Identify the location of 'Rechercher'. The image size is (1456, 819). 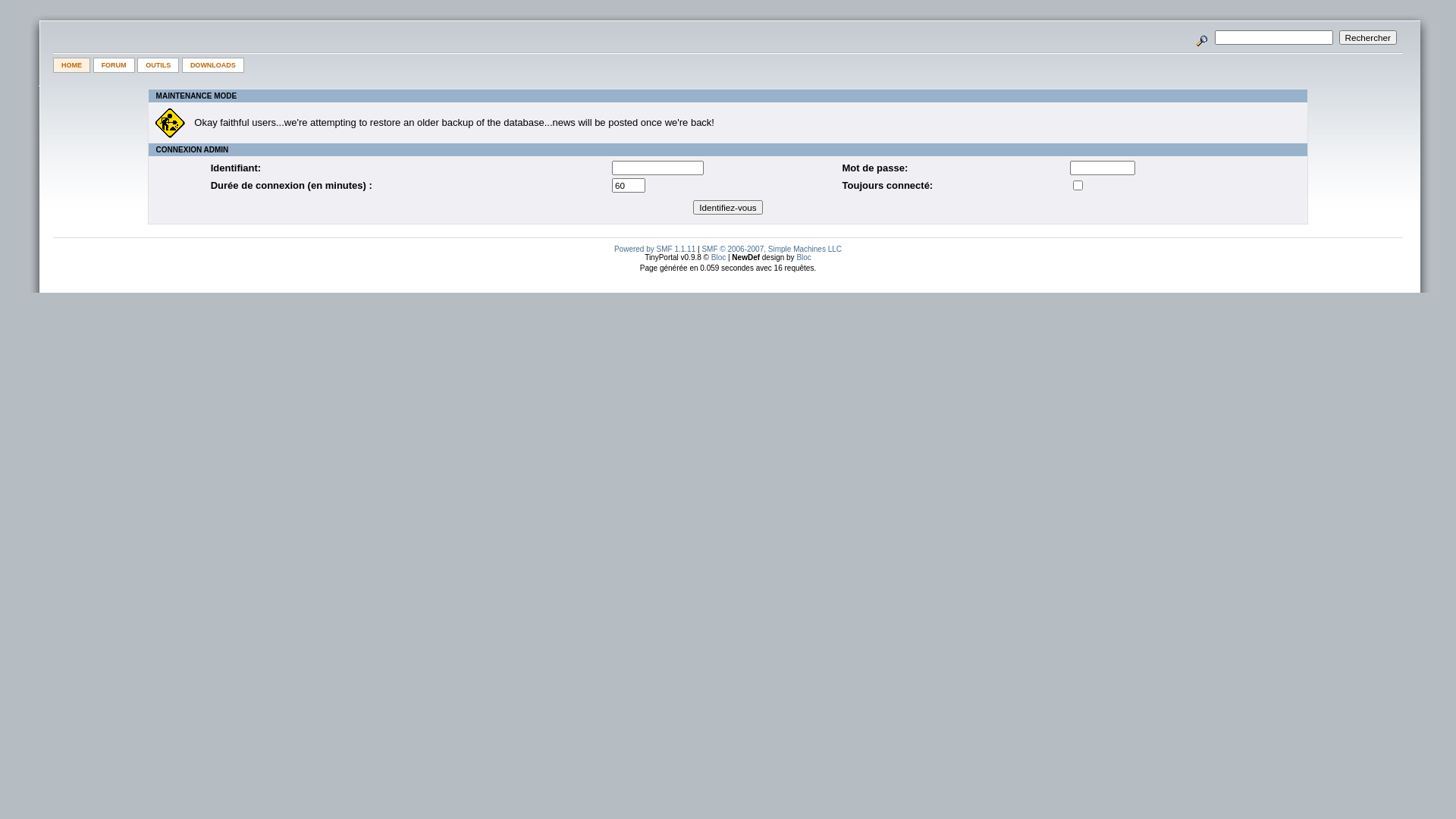
(1339, 36).